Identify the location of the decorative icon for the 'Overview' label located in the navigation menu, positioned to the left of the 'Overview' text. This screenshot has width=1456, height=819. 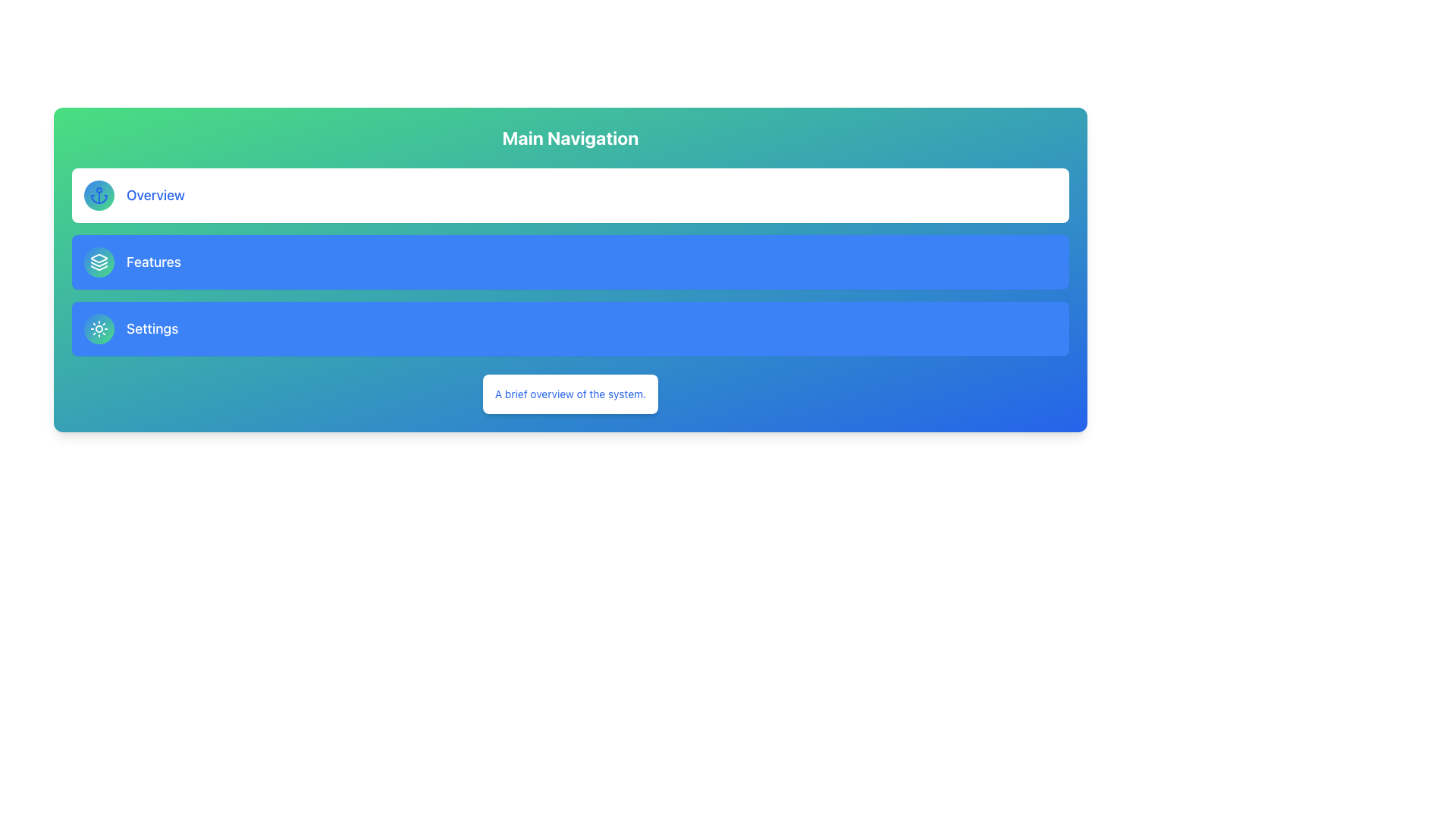
(98, 195).